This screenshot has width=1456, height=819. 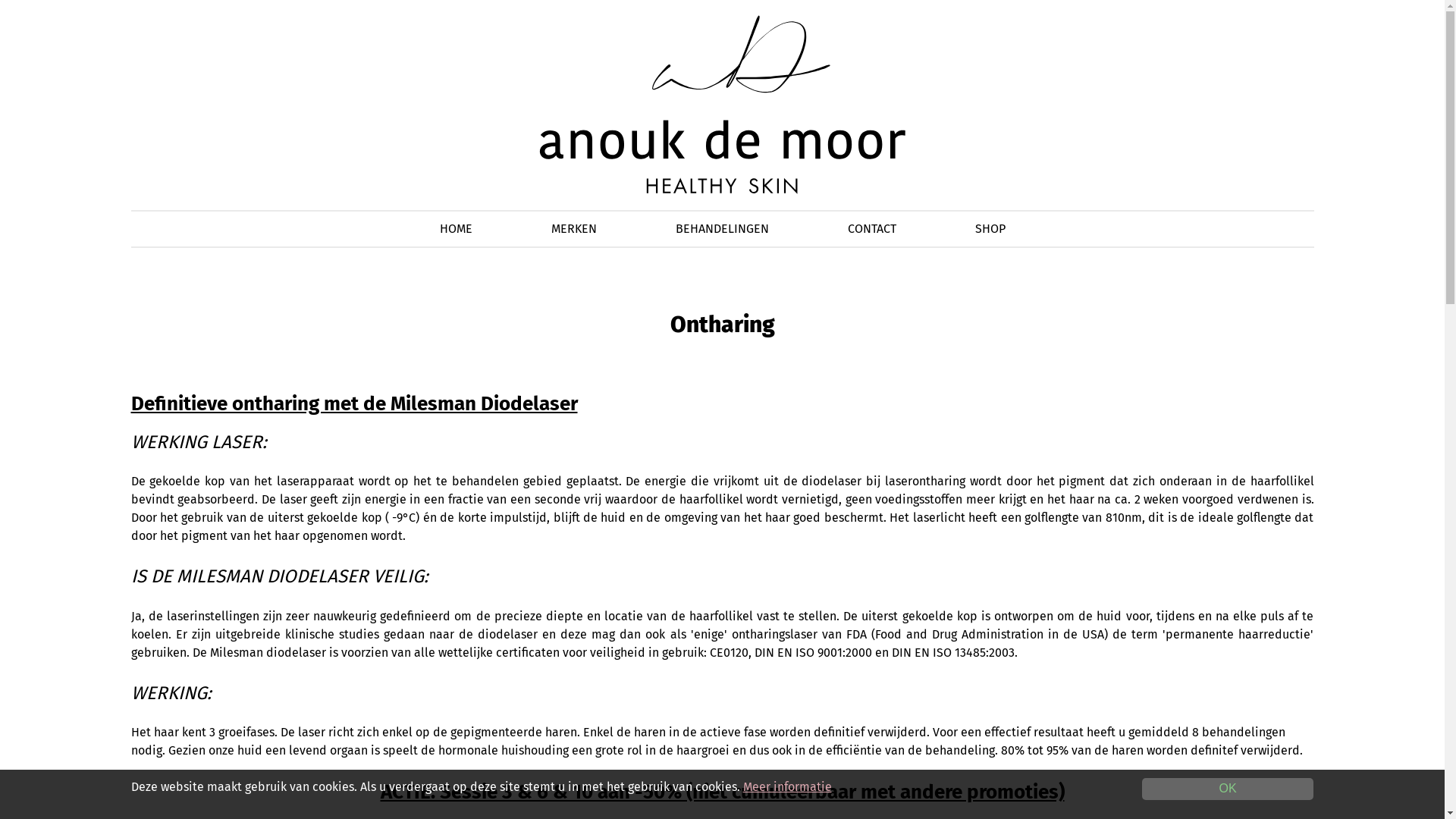 I want to click on 'HOME', so click(x=455, y=228).